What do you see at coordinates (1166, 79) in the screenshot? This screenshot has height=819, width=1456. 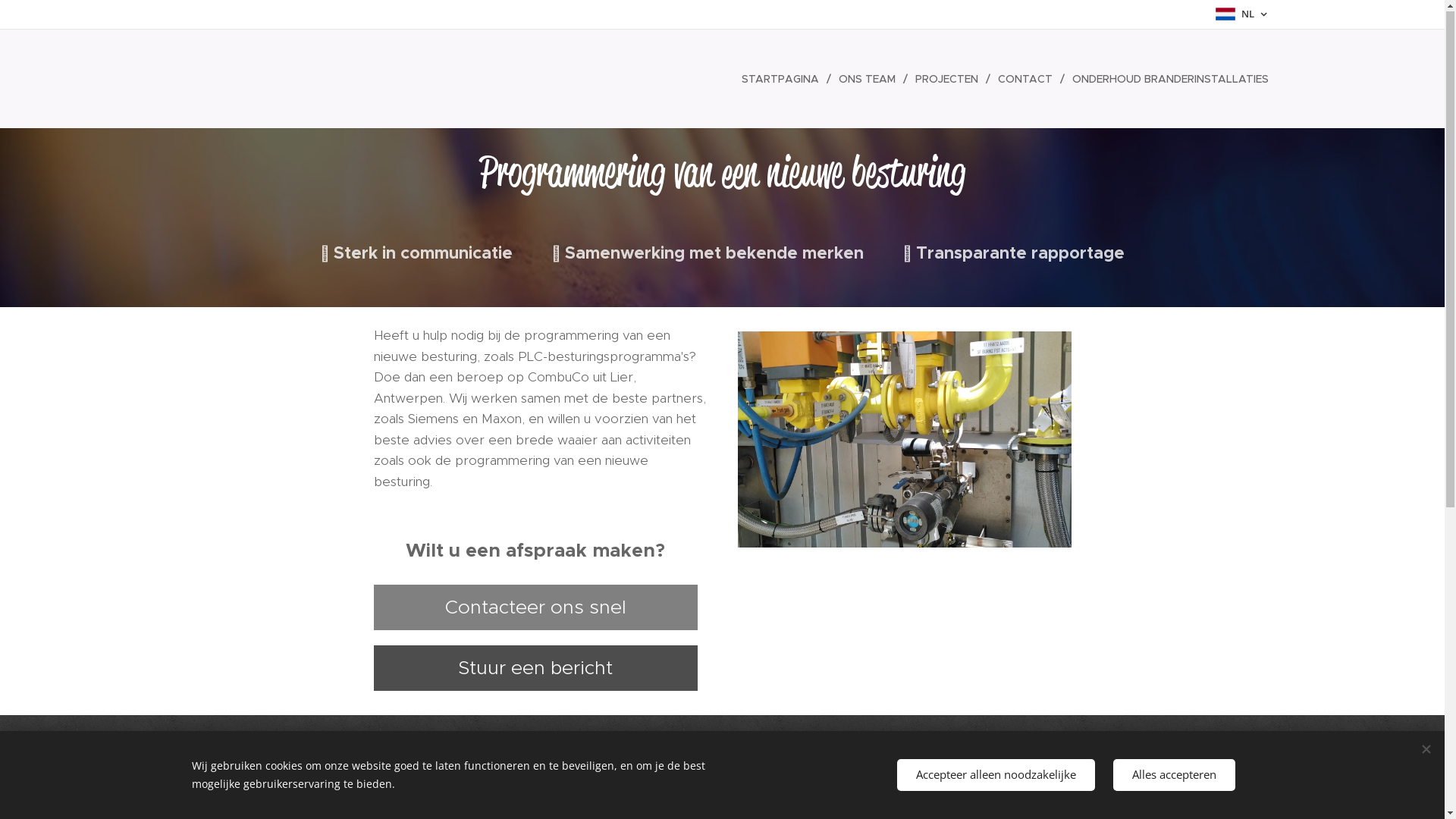 I see `'ONDERHOUD BRANDERINSTALLATIES'` at bounding box center [1166, 79].